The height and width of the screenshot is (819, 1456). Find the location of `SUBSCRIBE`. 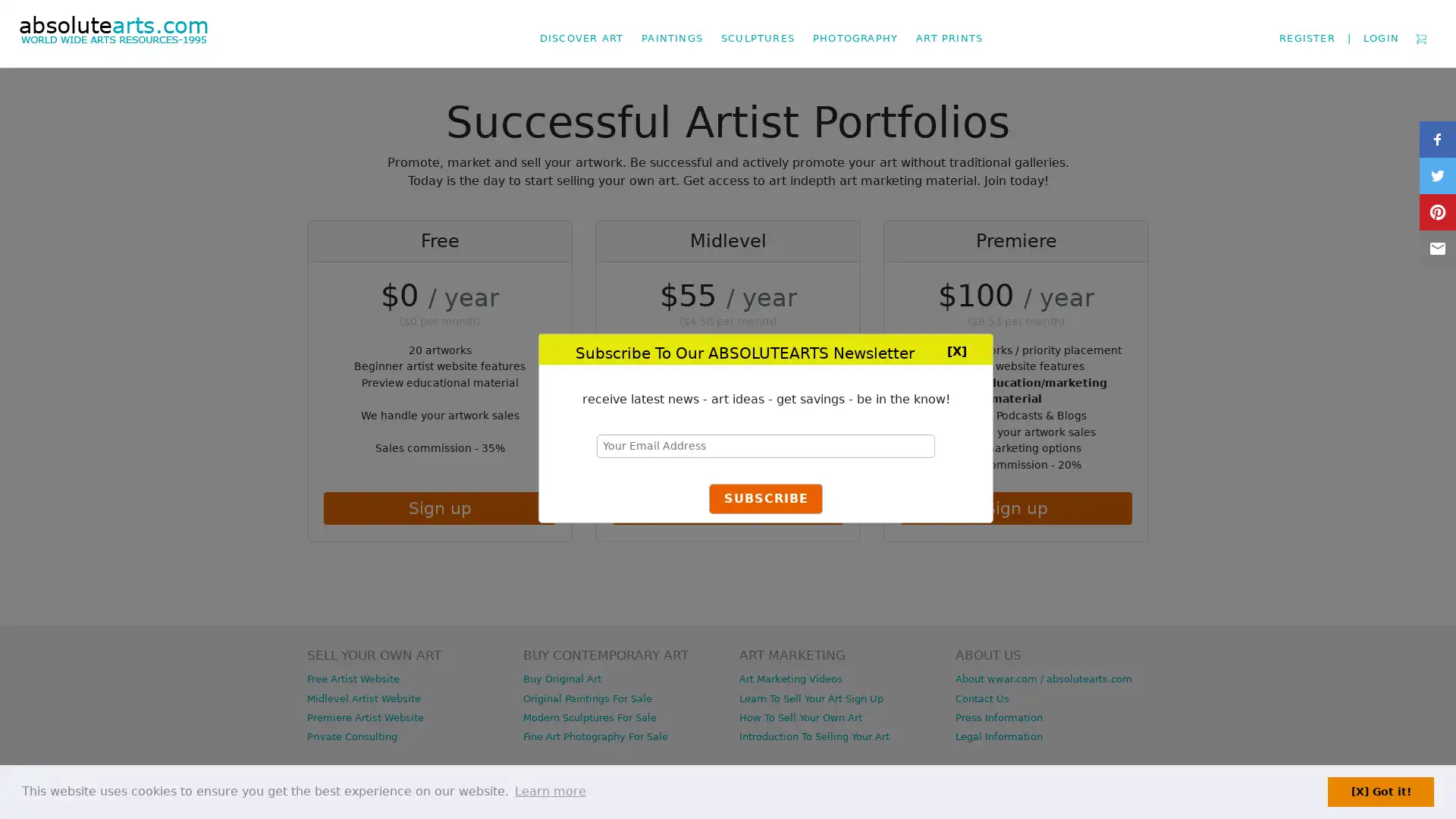

SUBSCRIBE is located at coordinates (765, 499).